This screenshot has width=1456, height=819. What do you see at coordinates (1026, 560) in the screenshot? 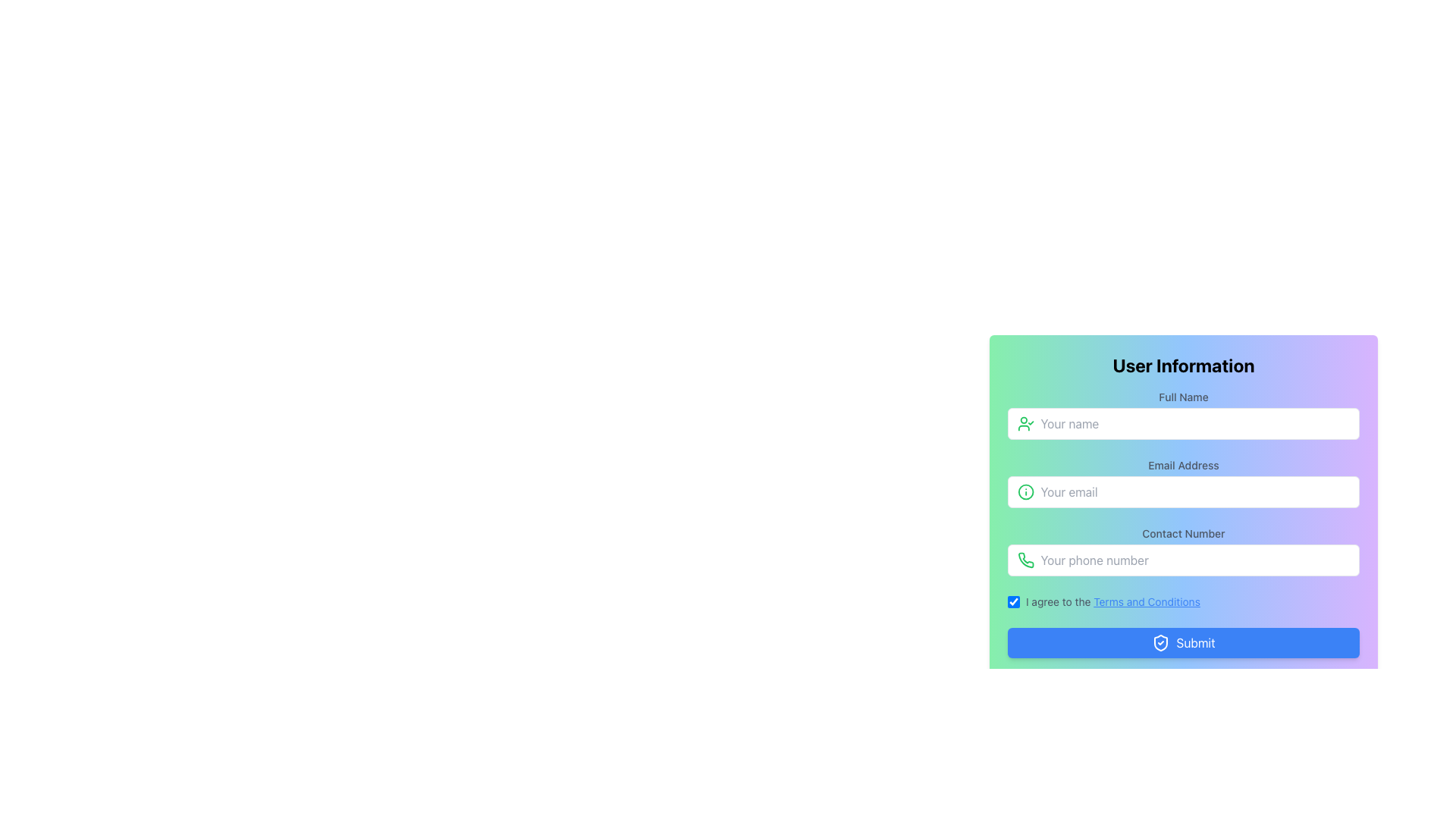
I see `the phone number icon located to the left of the 'Your phone number' input field in the 'User Information' section` at bounding box center [1026, 560].